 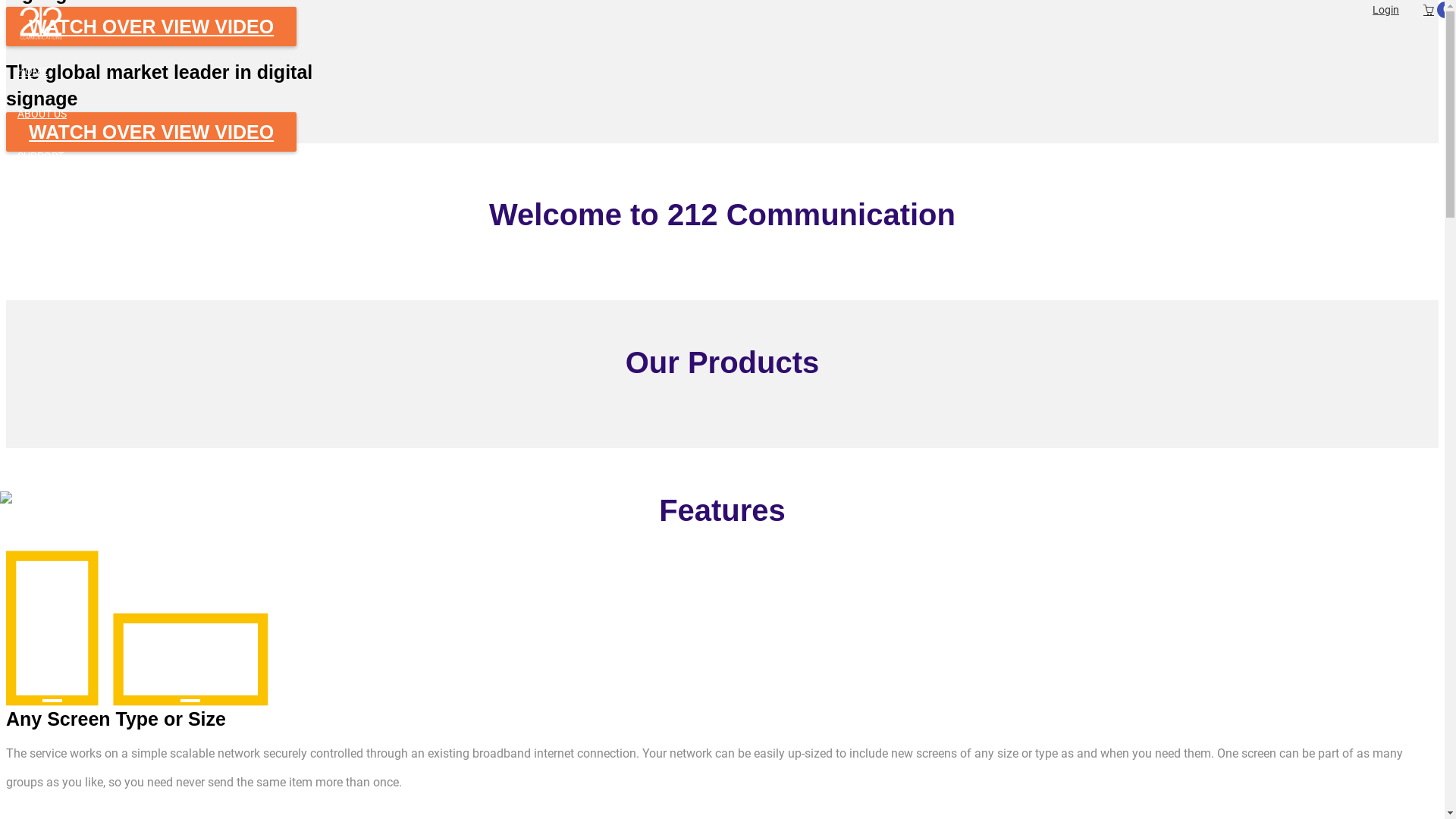 I want to click on 'ABOUT US', so click(x=730, y=113).